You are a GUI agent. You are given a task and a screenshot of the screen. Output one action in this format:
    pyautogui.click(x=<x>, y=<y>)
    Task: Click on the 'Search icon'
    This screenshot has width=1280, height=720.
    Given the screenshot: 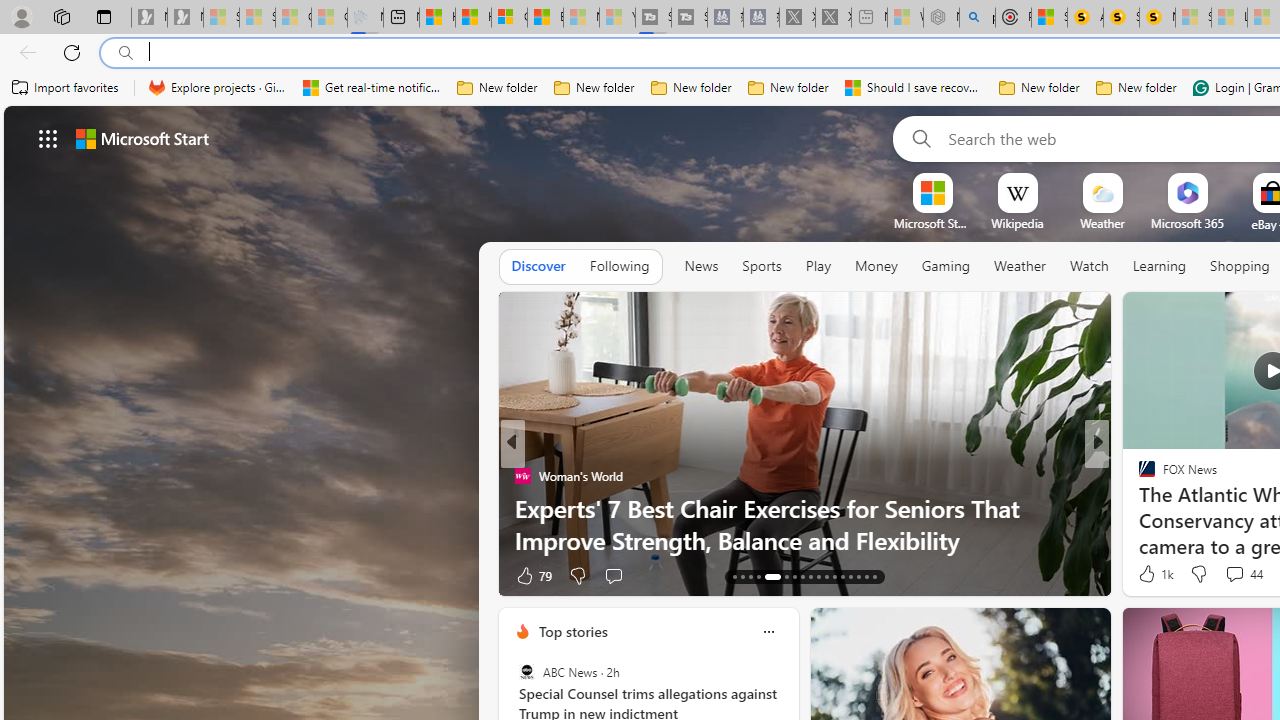 What is the action you would take?
    pyautogui.click(x=125, y=52)
    